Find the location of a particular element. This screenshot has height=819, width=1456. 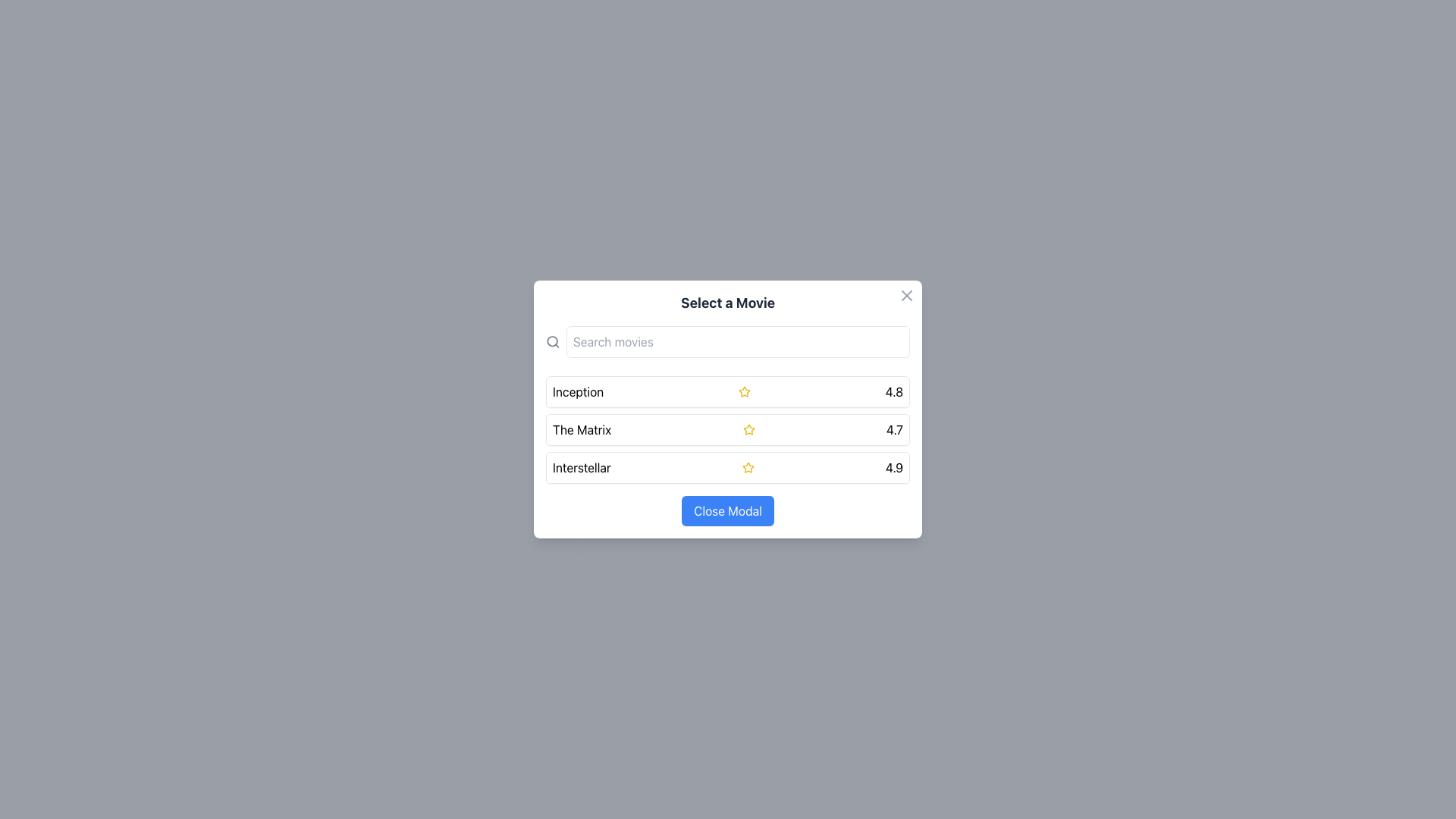

the circular part of the search icon located on the left side of the 'Search movies' input field in the 'Select a Movie' popup dialog is located at coordinates (551, 341).